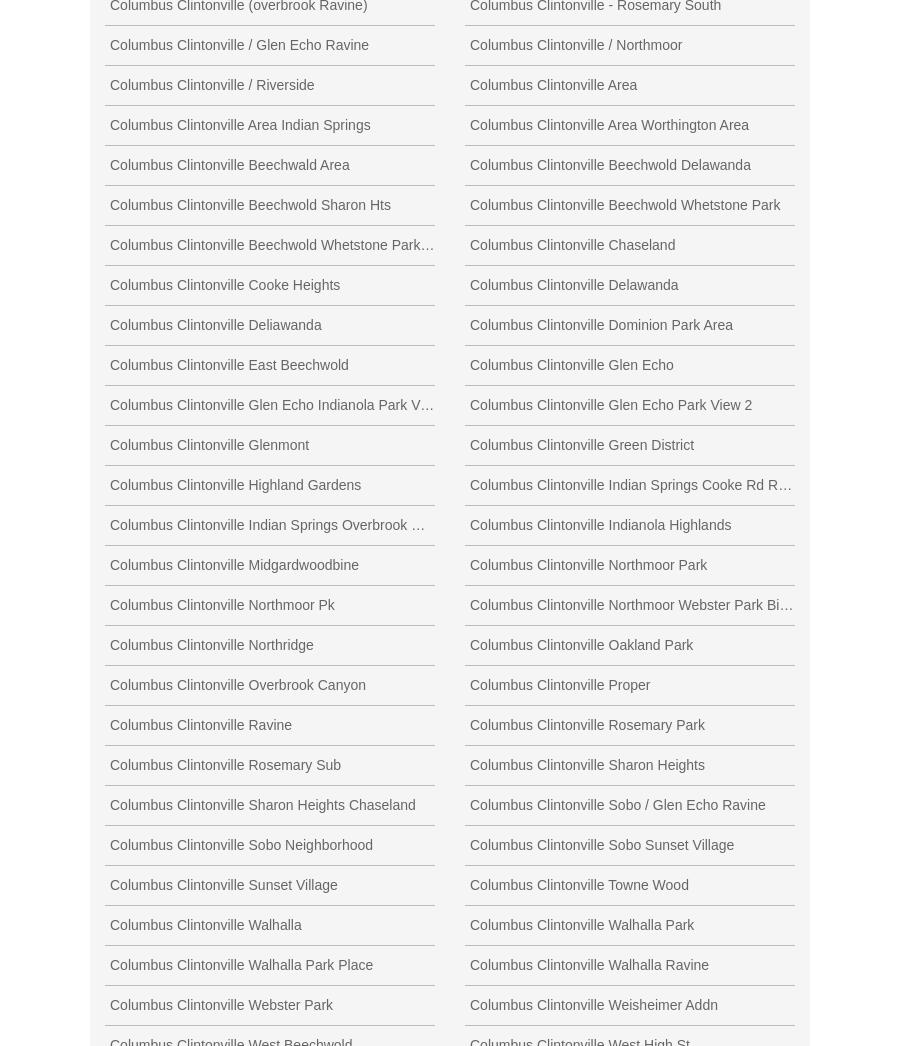  What do you see at coordinates (280, 523) in the screenshot?
I see `'Columbus Clintonville Indian Springs Overbrook Ravine'` at bounding box center [280, 523].